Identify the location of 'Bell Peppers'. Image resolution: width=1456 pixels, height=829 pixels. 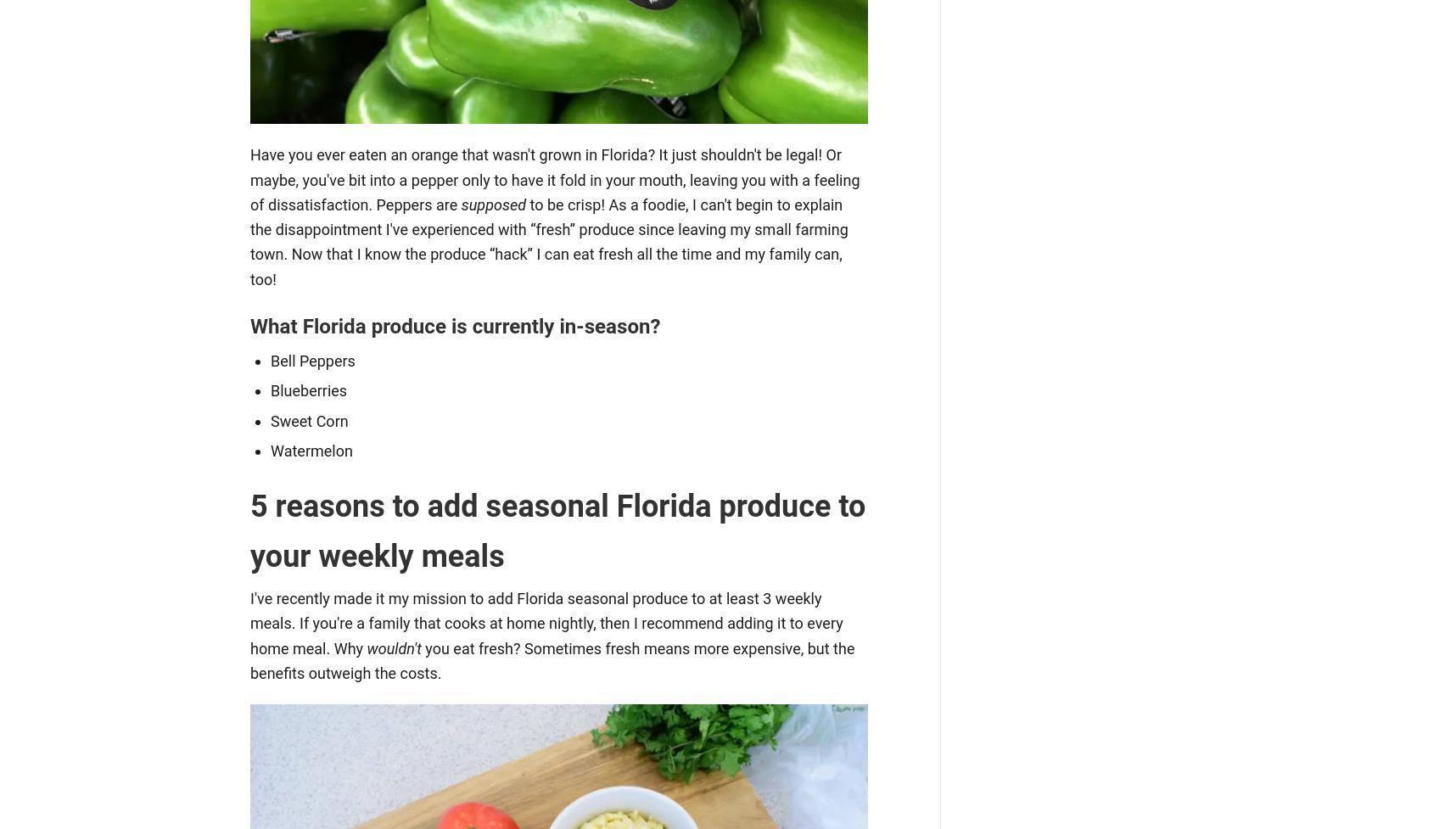
(312, 361).